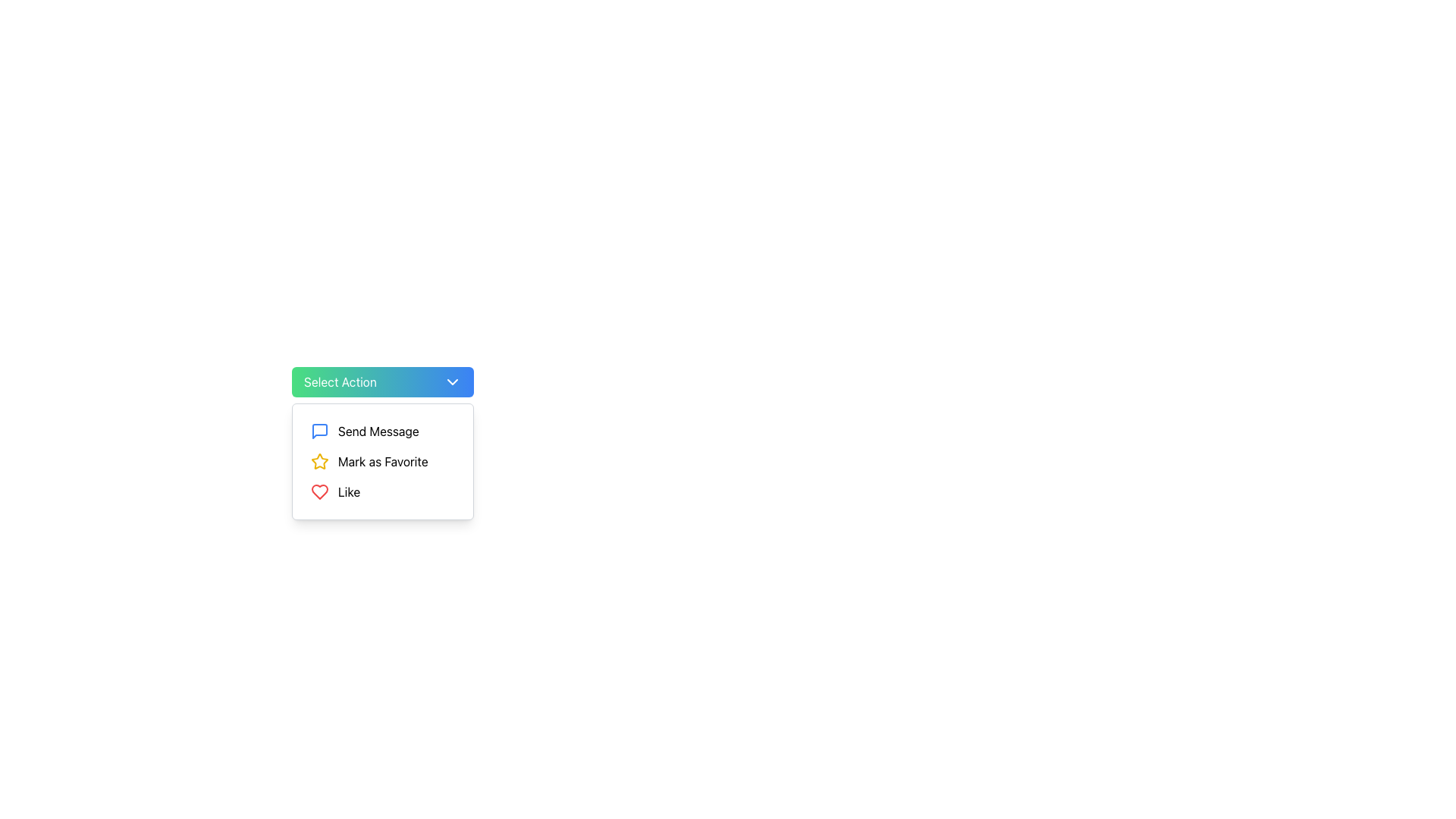 This screenshot has width=1456, height=819. What do you see at coordinates (348, 491) in the screenshot?
I see `the 'Like' label at the bottom of the menu list that indicates the purpose of the associated action` at bounding box center [348, 491].